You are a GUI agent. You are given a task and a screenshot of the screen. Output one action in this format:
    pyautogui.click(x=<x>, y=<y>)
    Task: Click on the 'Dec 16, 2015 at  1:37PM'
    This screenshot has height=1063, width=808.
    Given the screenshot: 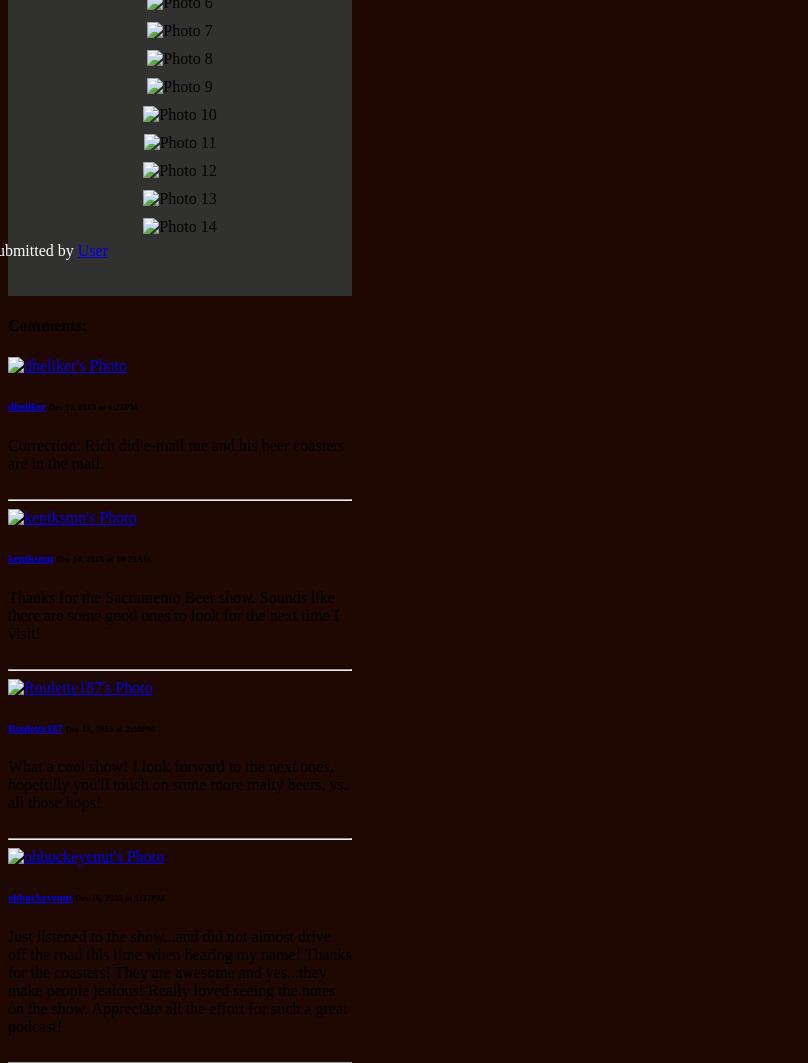 What is the action you would take?
    pyautogui.click(x=118, y=897)
    